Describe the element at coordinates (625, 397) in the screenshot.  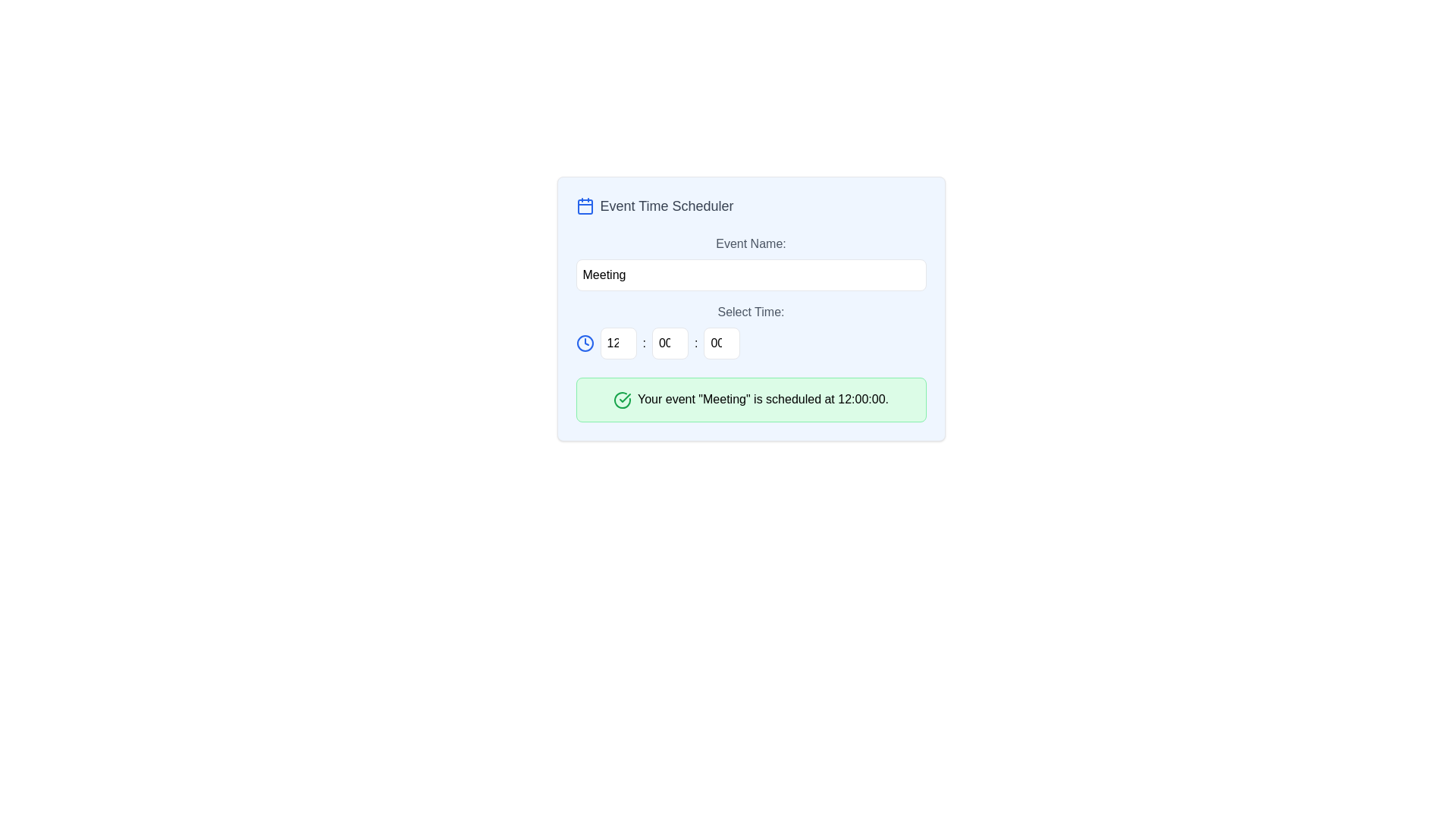
I see `the success confirmation checkmark icon located inside the green notification card at the bottom section of the interface` at that location.